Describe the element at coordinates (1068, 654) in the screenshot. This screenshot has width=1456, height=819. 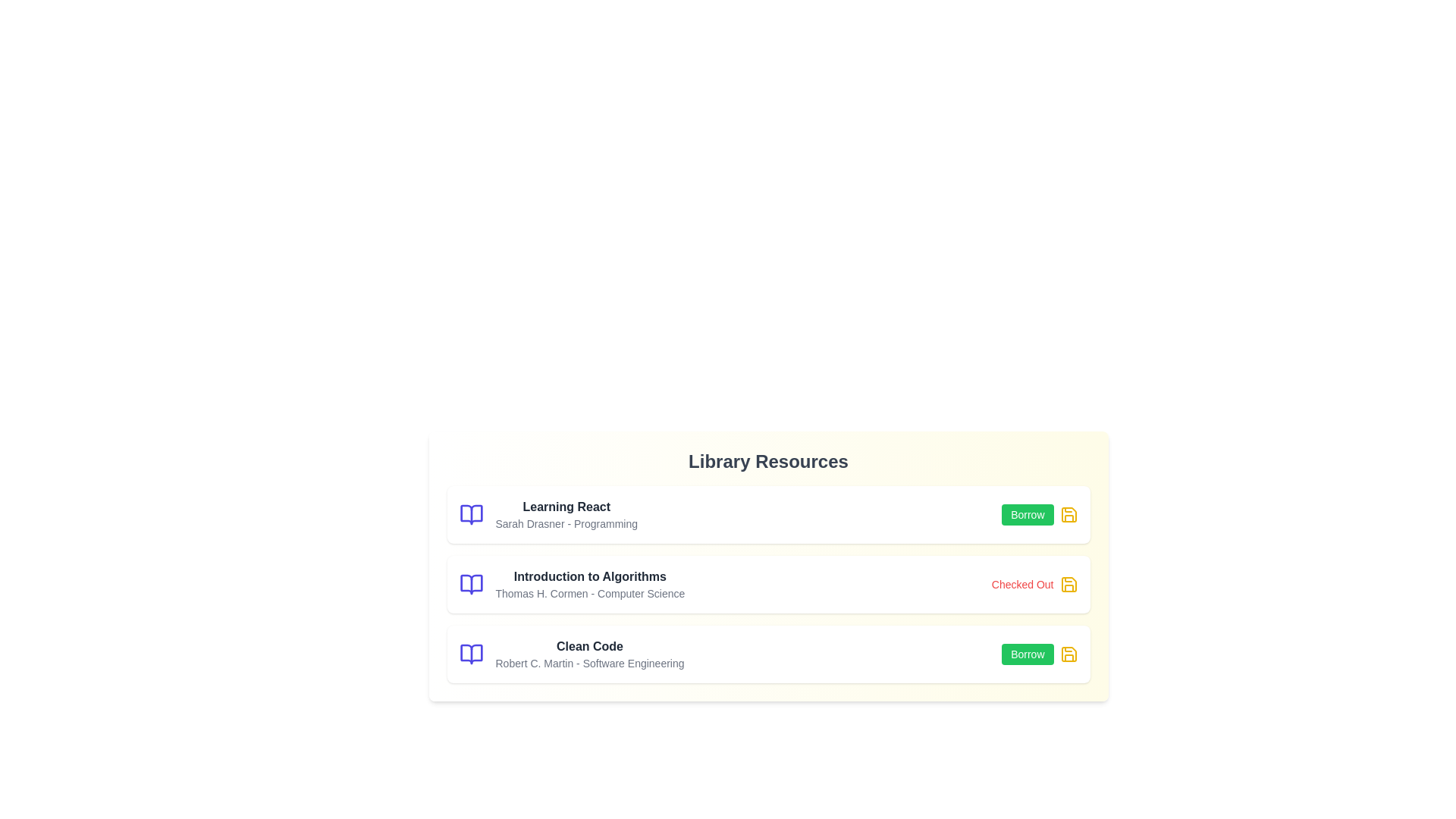
I see `'Save' icon for the resource titled 'Clean Code'` at that location.